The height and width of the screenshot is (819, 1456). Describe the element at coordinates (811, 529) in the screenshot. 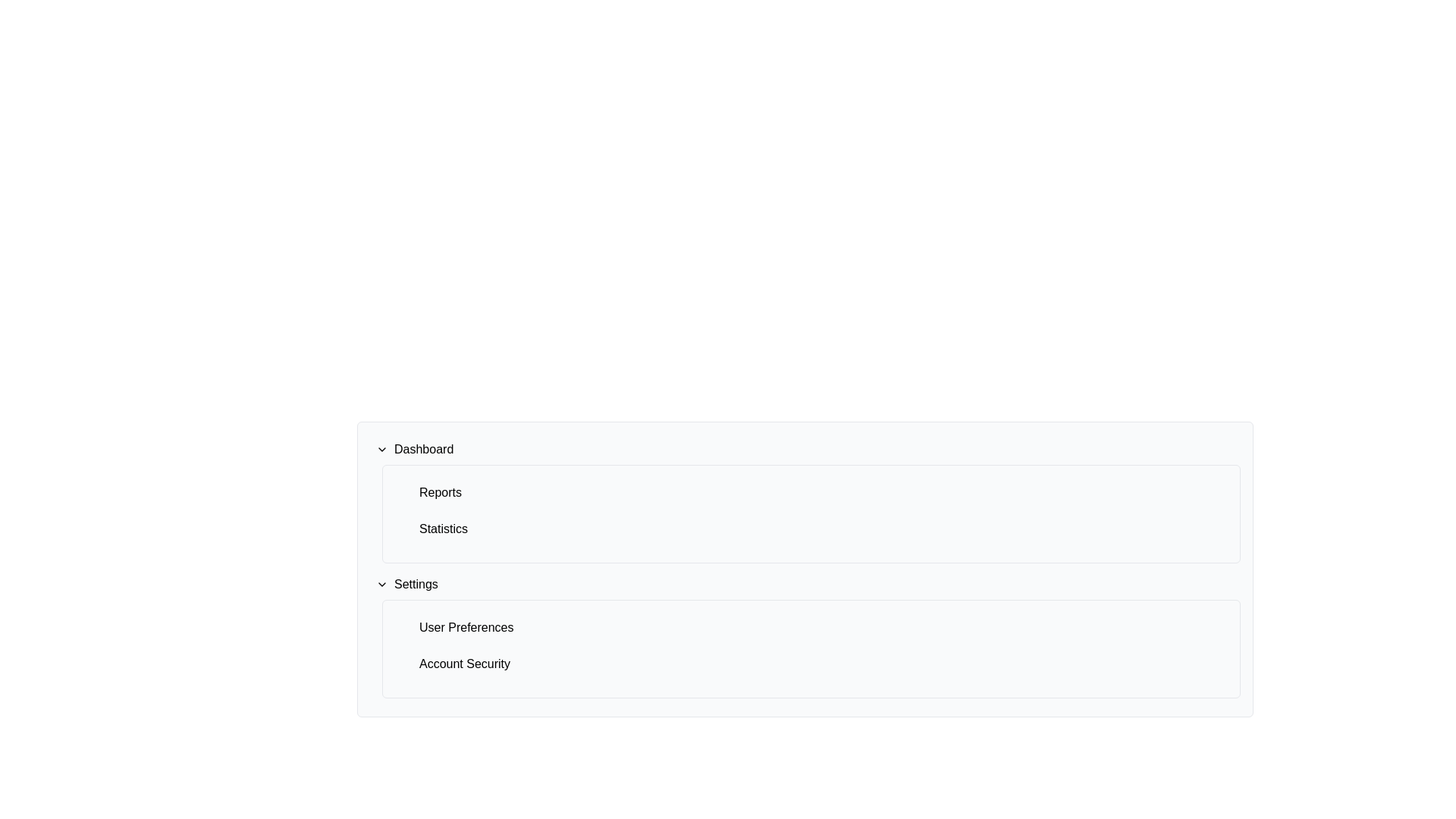

I see `the 'Statistics' clickable list item located in the second position under the 'Dashboard' section` at that location.